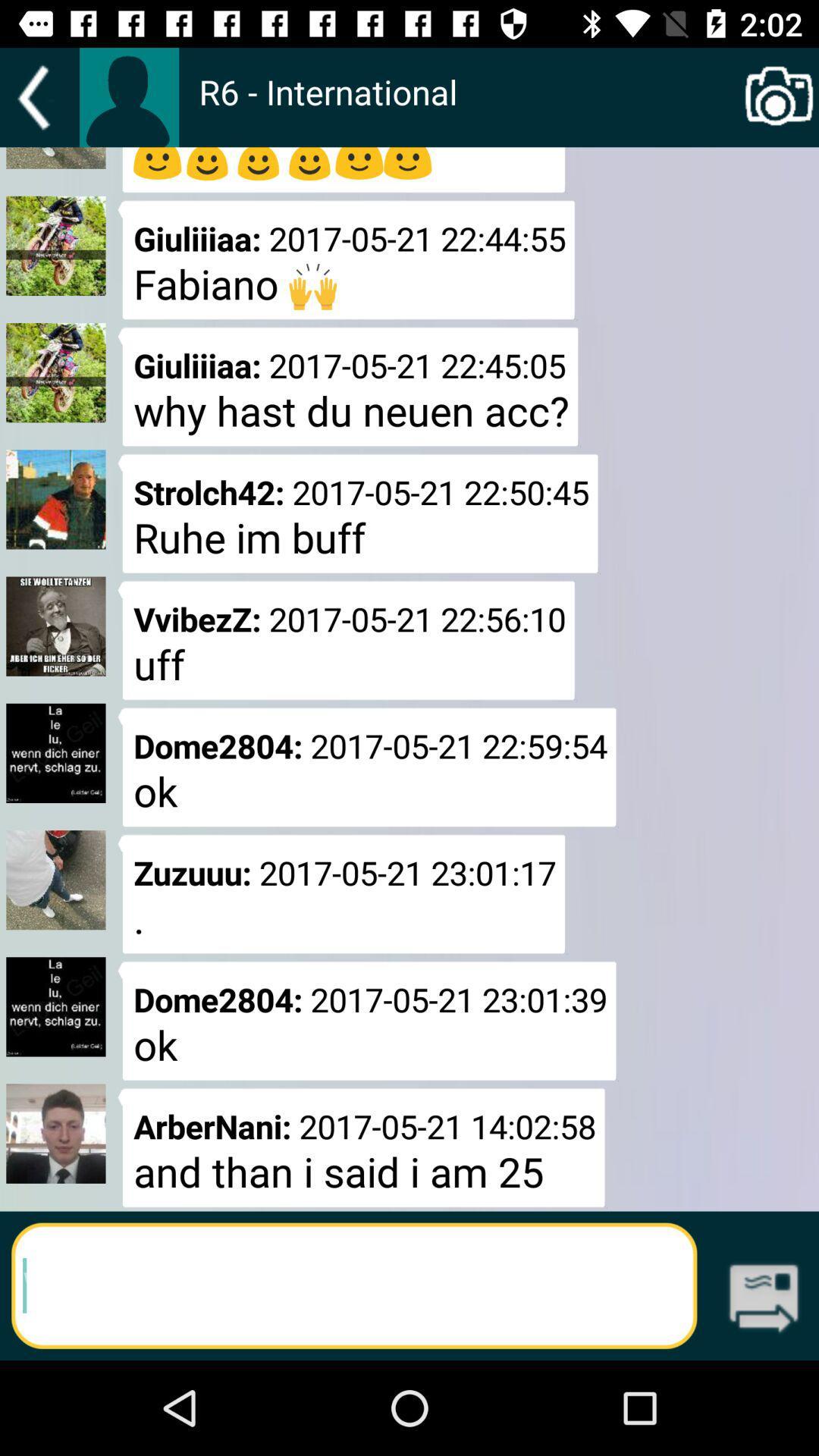 The width and height of the screenshot is (819, 1456). I want to click on the fourth image of the page, so click(55, 626).